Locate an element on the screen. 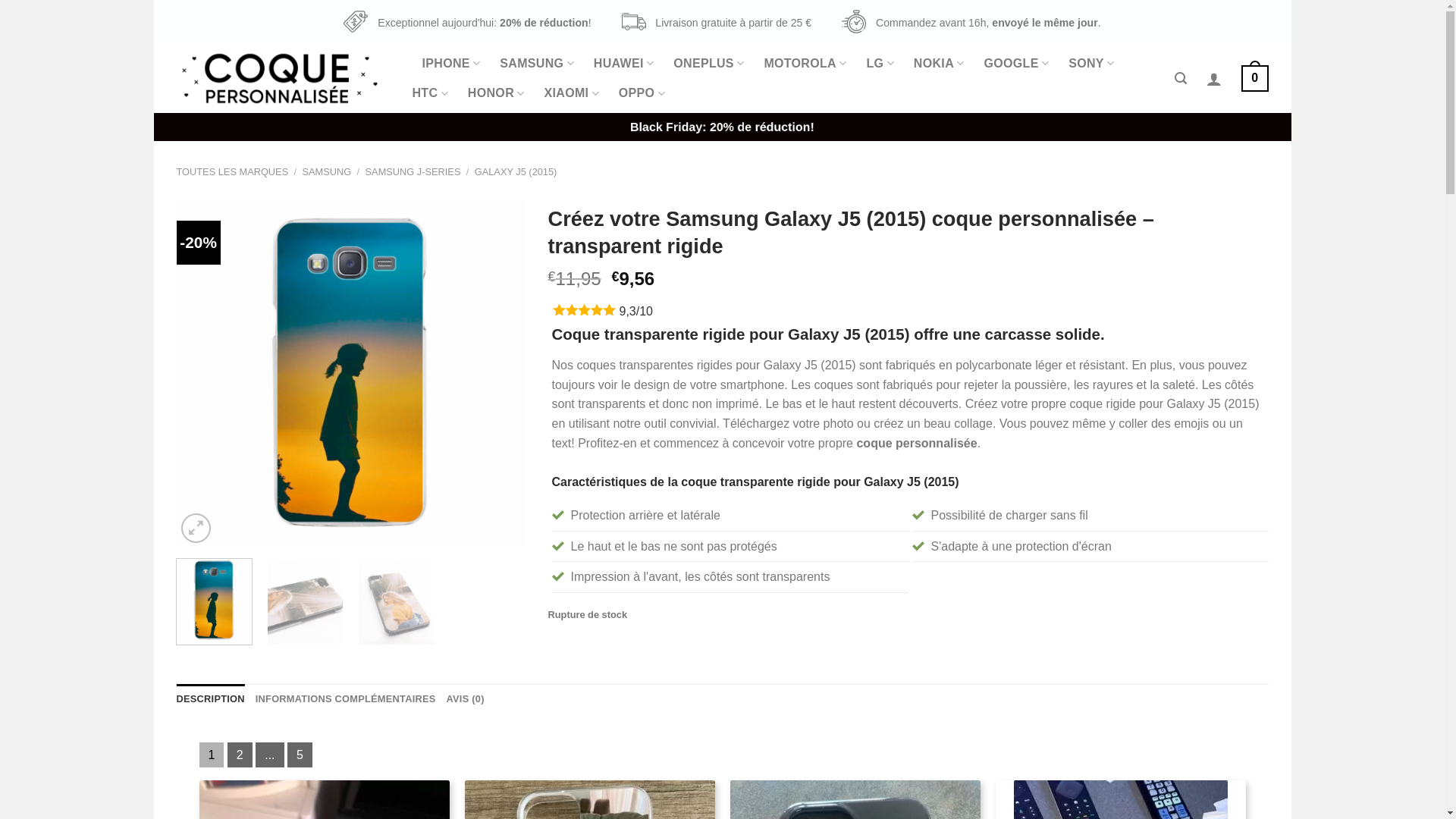 This screenshot has width=1456, height=819. 'AVIS (0)' is located at coordinates (446, 698).